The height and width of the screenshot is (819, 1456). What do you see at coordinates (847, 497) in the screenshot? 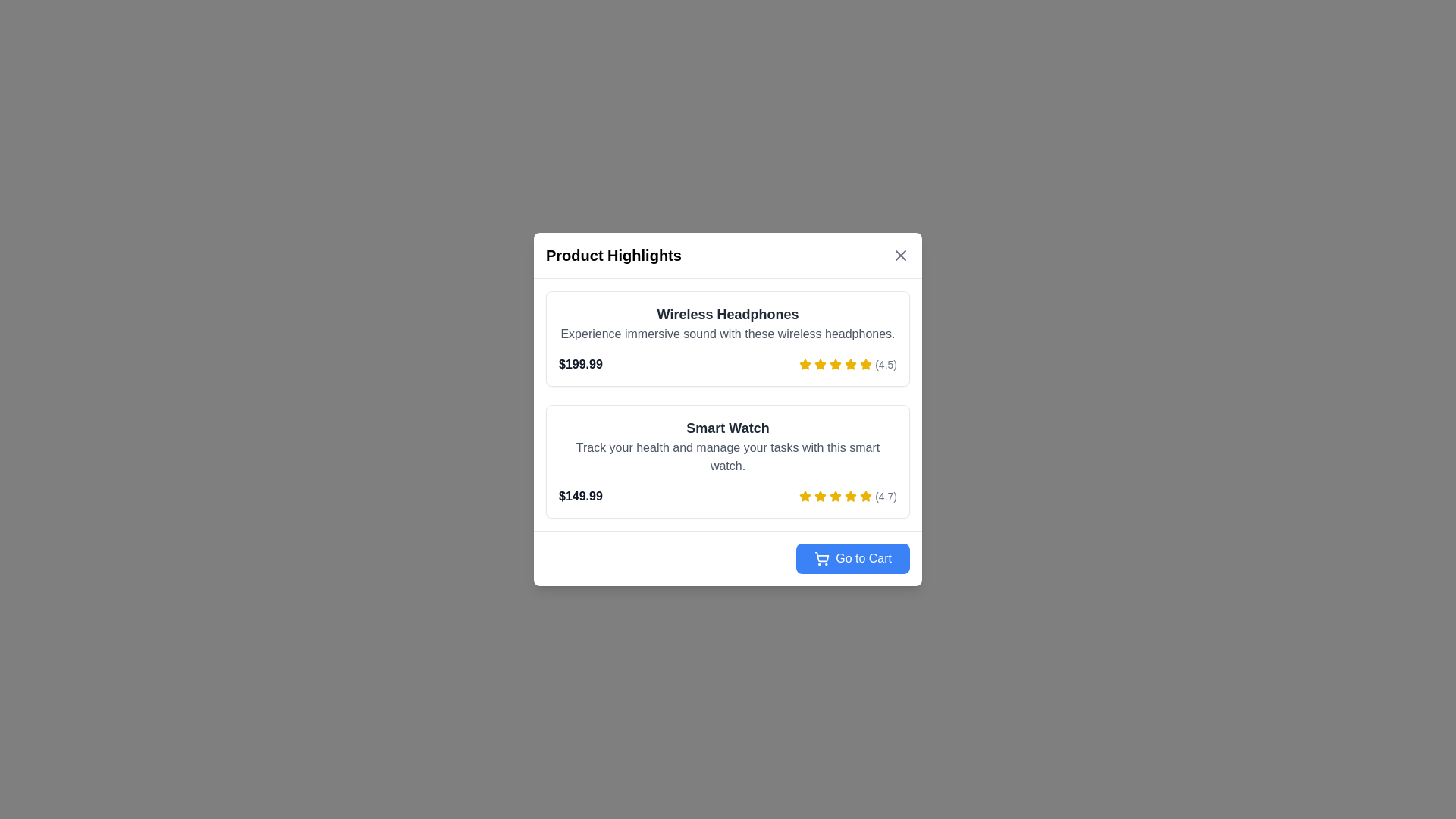
I see `the yellow star icons in the Rating indicator for interaction, which displays a rating of '(4.7)' next to the price '$149.99' in the Smart Watch product card` at bounding box center [847, 497].